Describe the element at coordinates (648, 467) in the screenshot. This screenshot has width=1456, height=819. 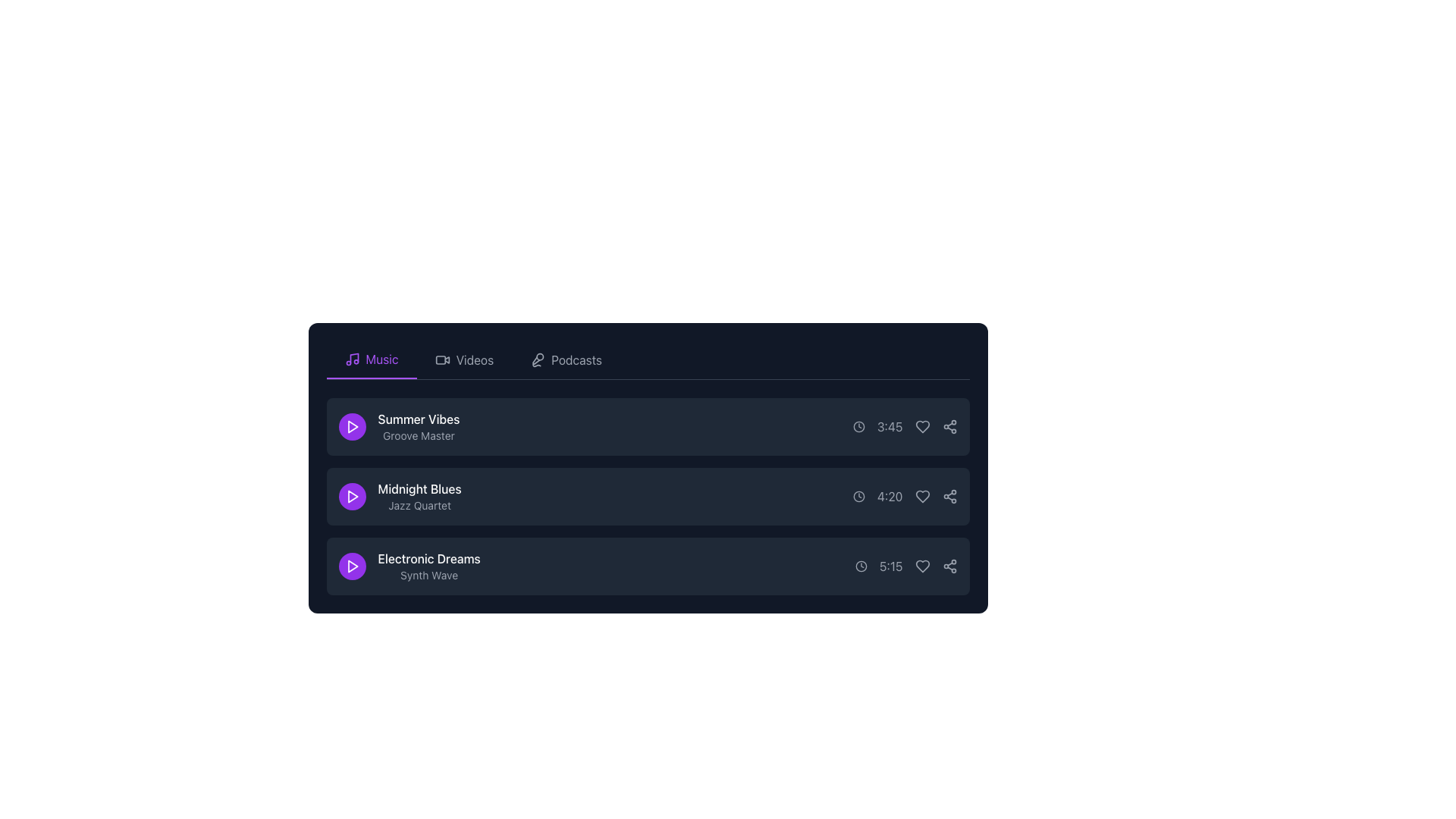
I see `the details of the second track in the list, located centrally in the rounded rectangular card with a dark background, following 'Summer Vibes' and preceding 'Electronic Dreams'` at that location.